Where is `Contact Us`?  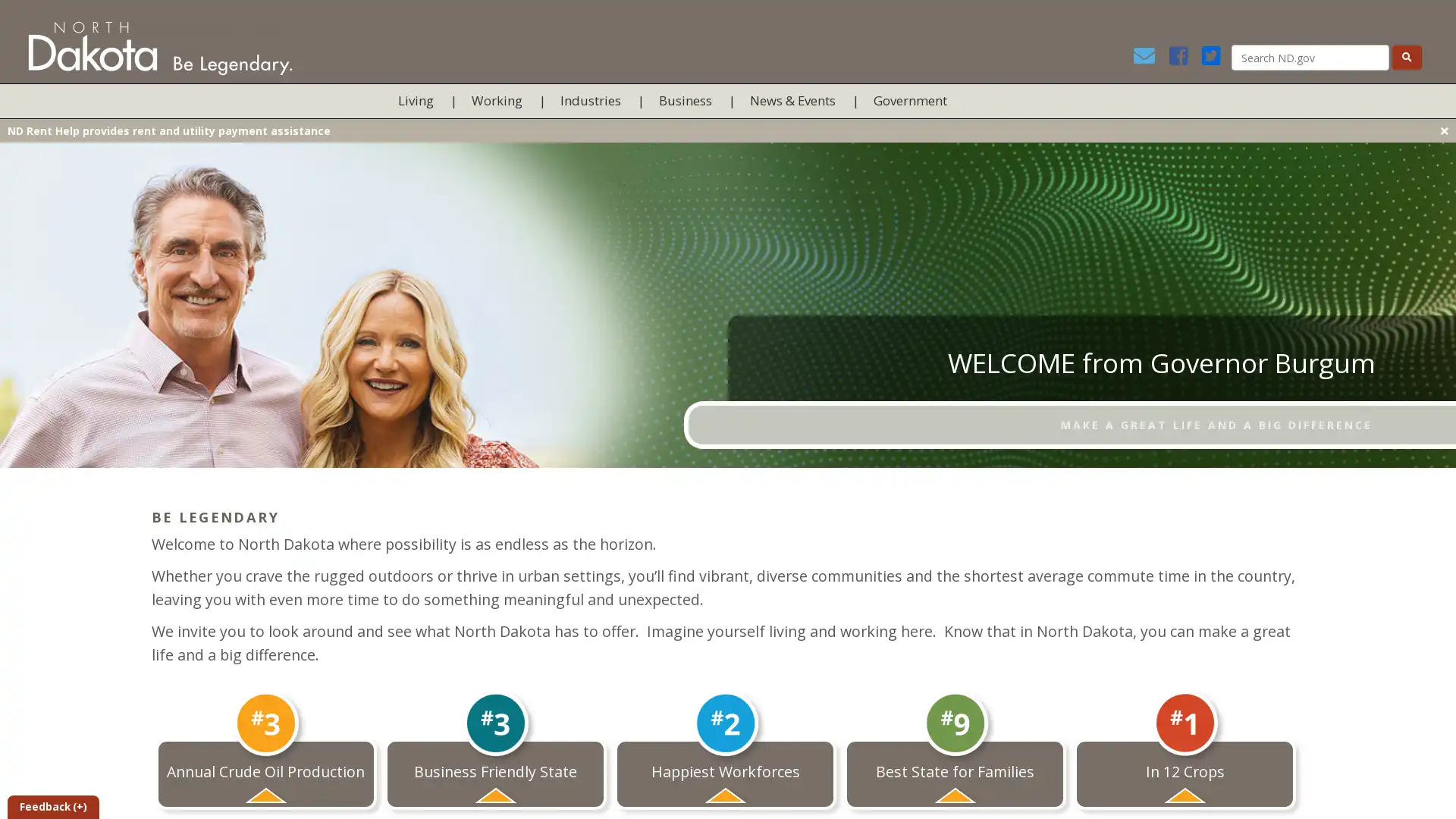
Contact Us is located at coordinates (1149, 58).